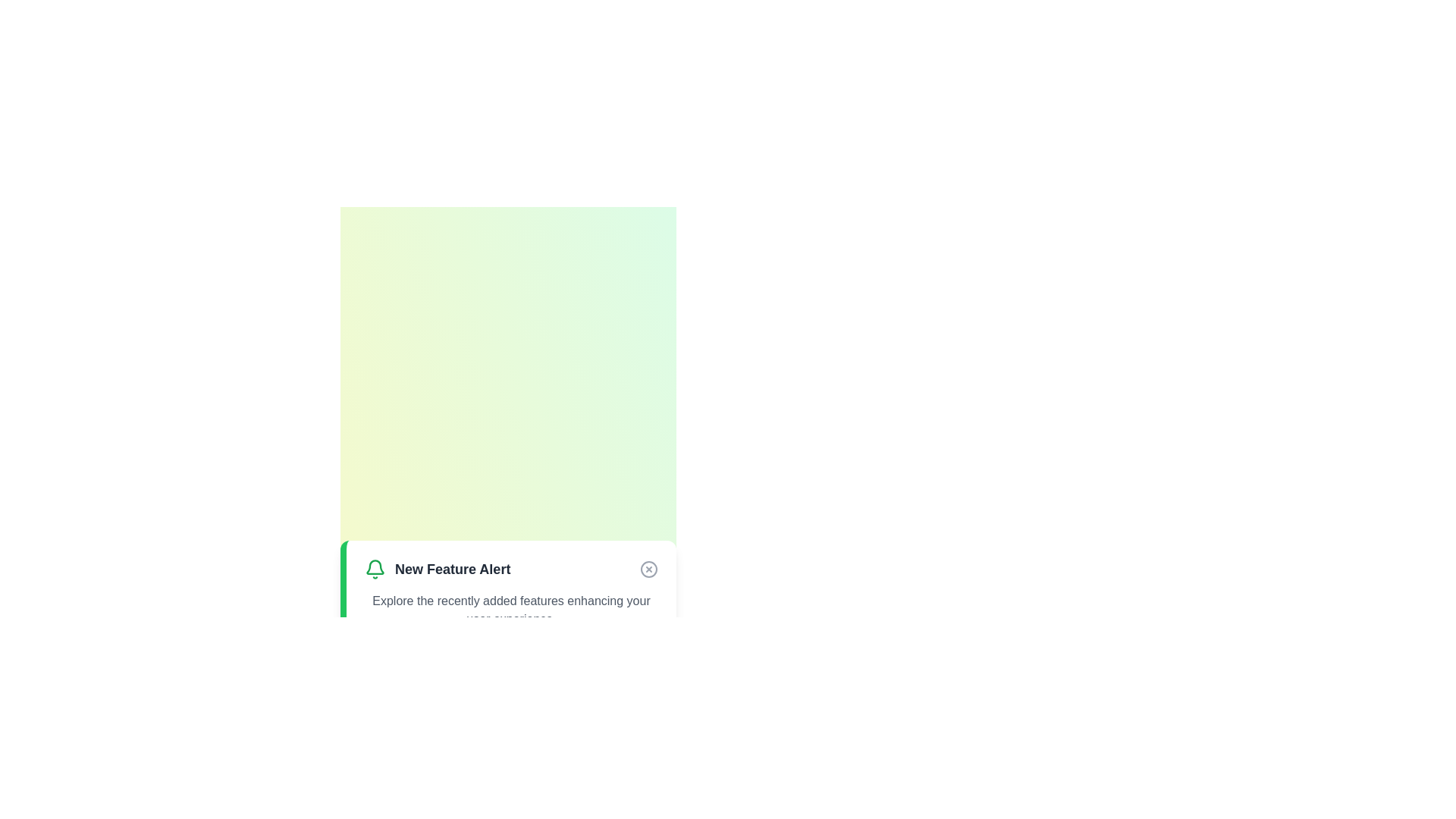  What do you see at coordinates (648, 570) in the screenshot?
I see `the graphical vector element (circle) that is part of the close button located in the top-right corner of the notification box` at bounding box center [648, 570].